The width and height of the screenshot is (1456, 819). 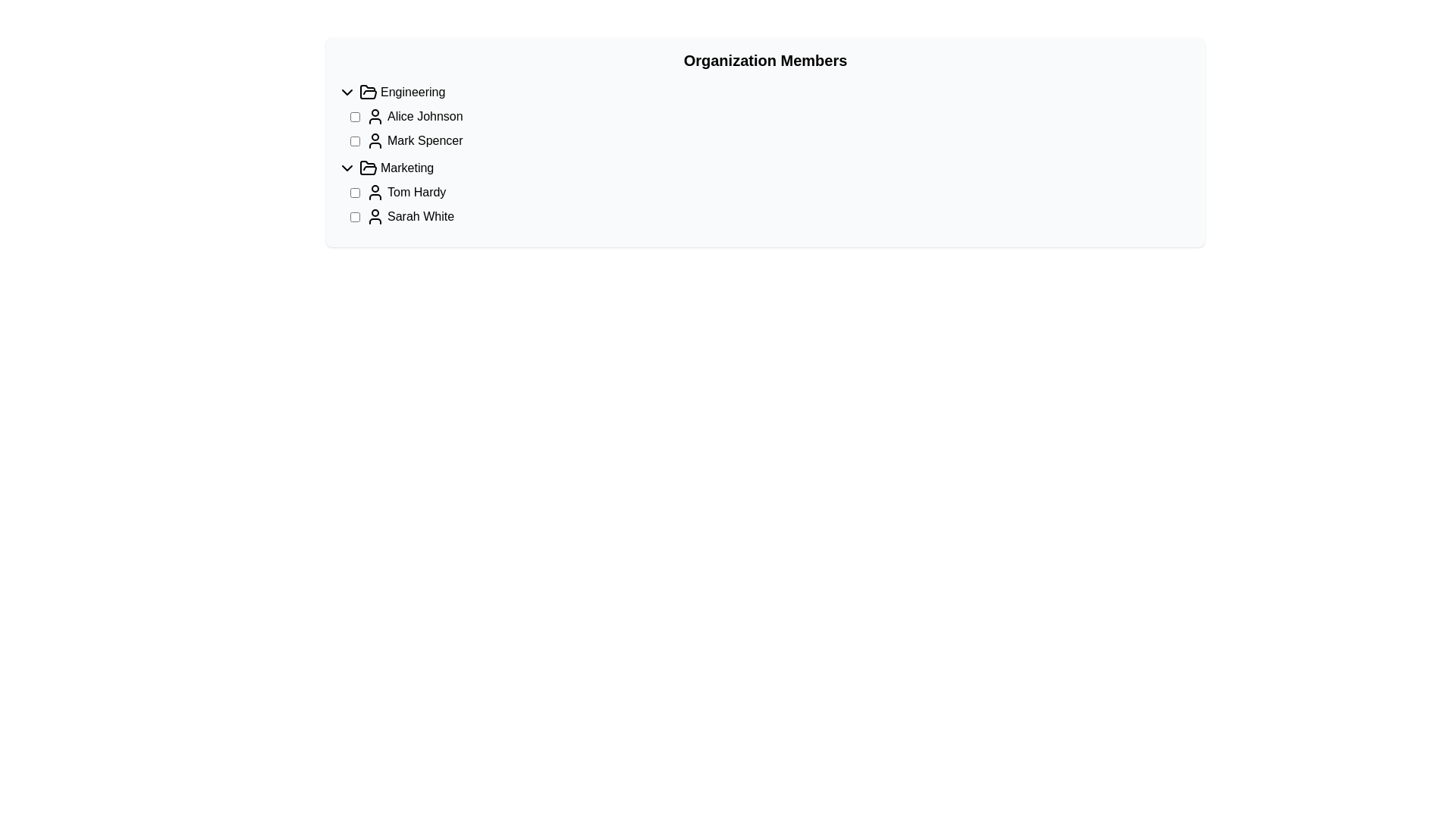 I want to click on the User profile icon located to the left of the text 'Tom Hardy', so click(x=375, y=192).